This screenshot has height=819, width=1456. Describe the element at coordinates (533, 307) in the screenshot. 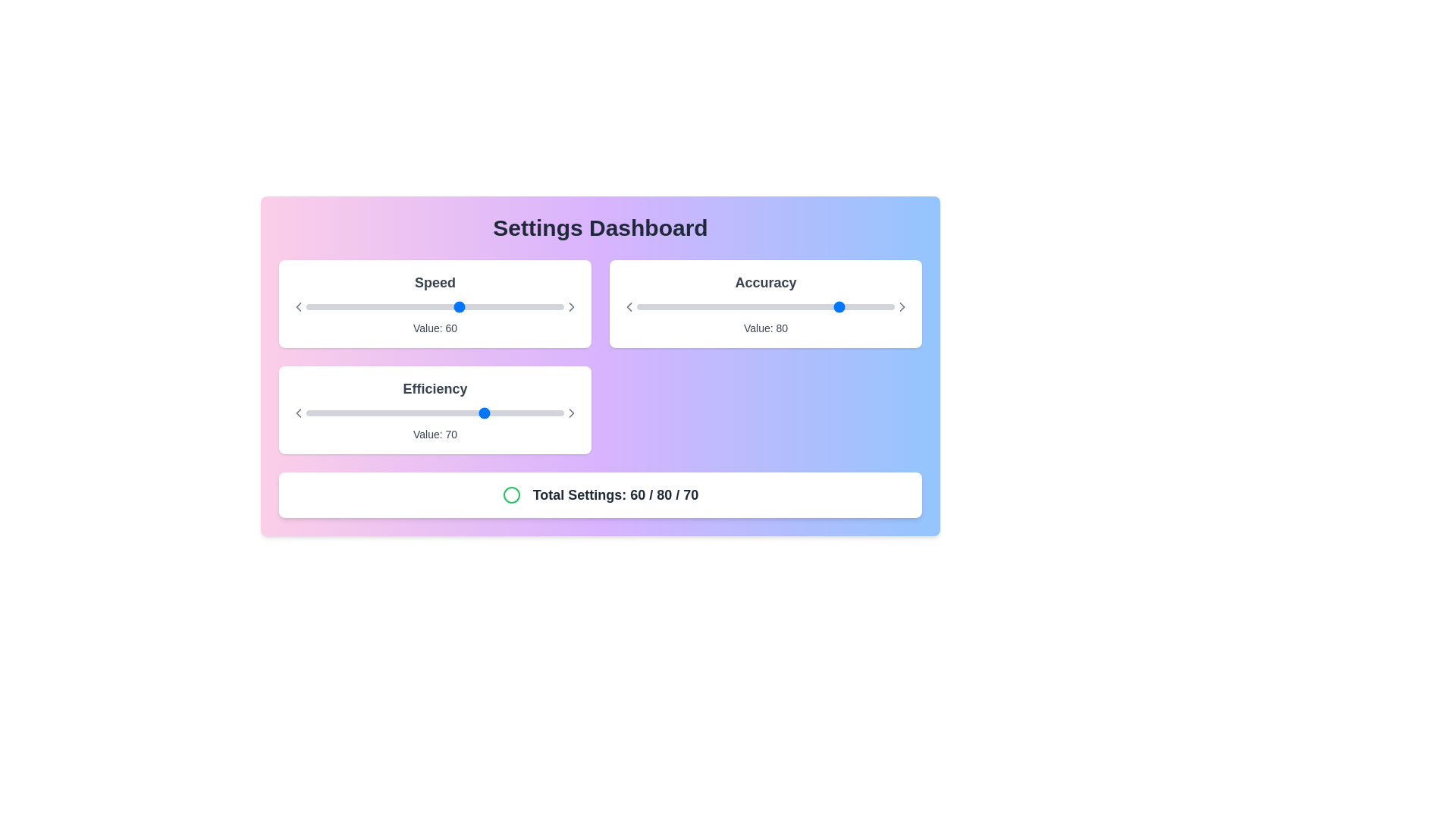

I see `the speed slider` at that location.